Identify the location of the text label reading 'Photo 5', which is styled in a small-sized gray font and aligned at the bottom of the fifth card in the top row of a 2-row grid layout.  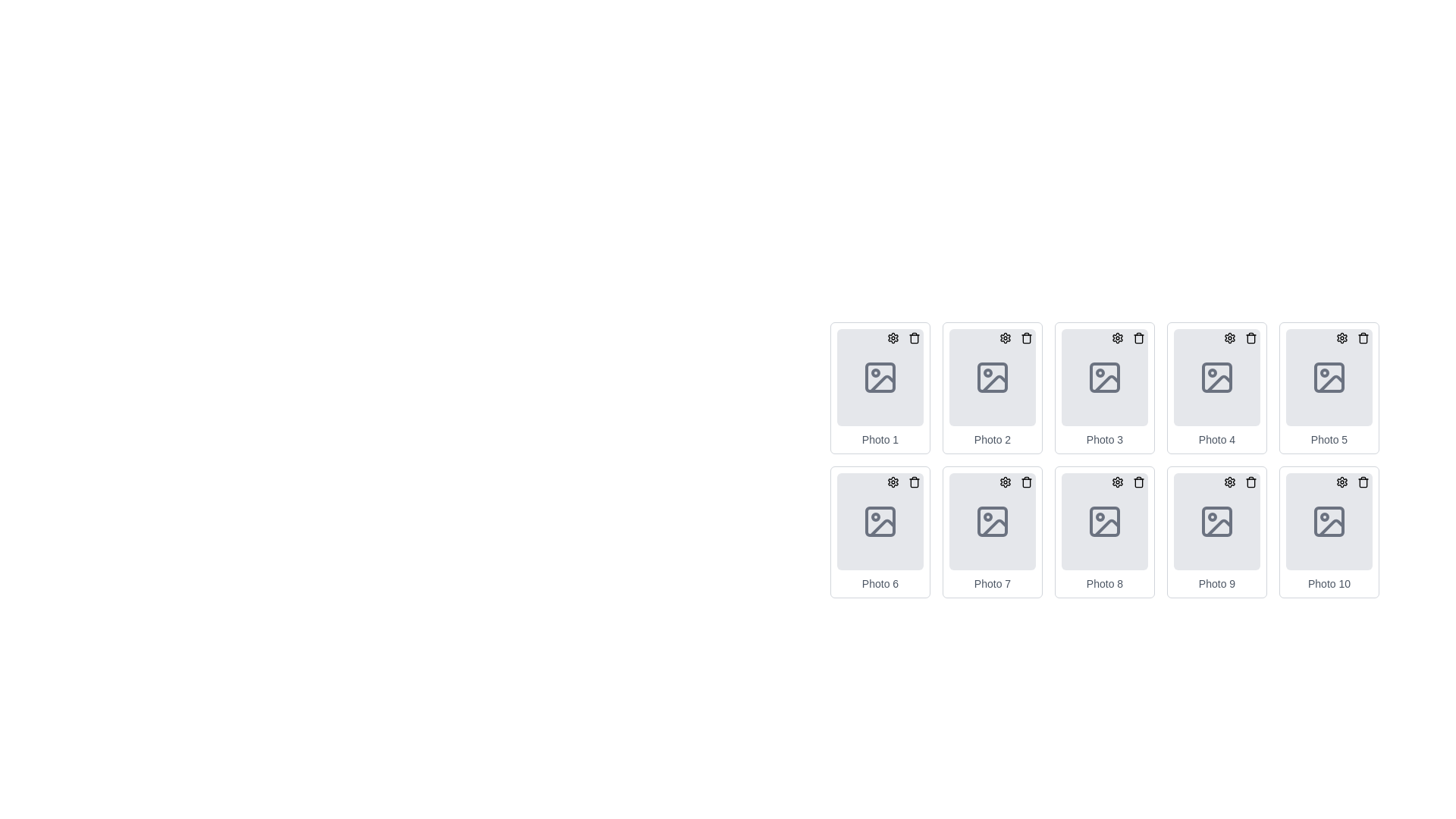
(1328, 439).